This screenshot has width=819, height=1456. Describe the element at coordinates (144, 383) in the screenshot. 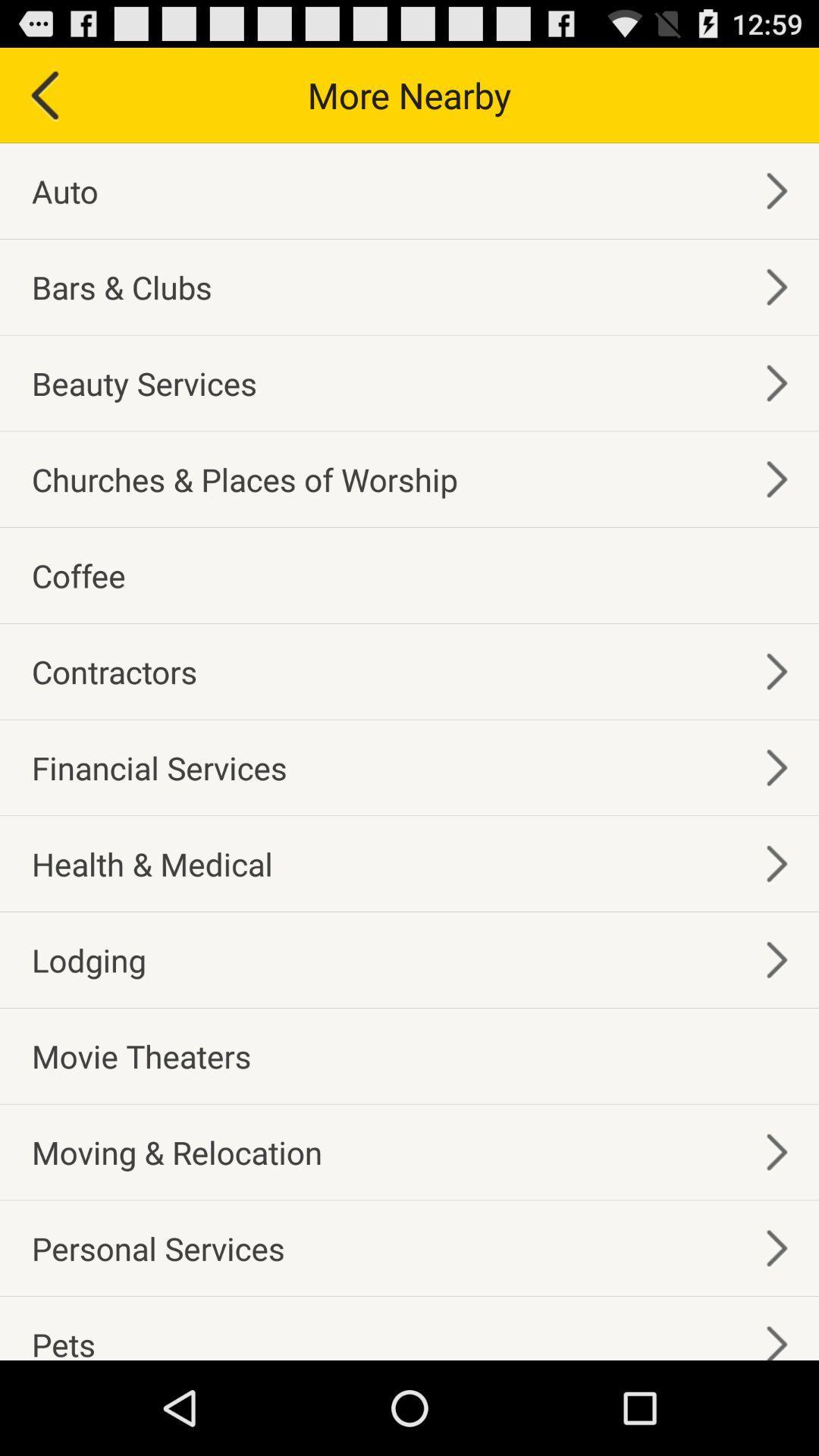

I see `item above the churches places of` at that location.